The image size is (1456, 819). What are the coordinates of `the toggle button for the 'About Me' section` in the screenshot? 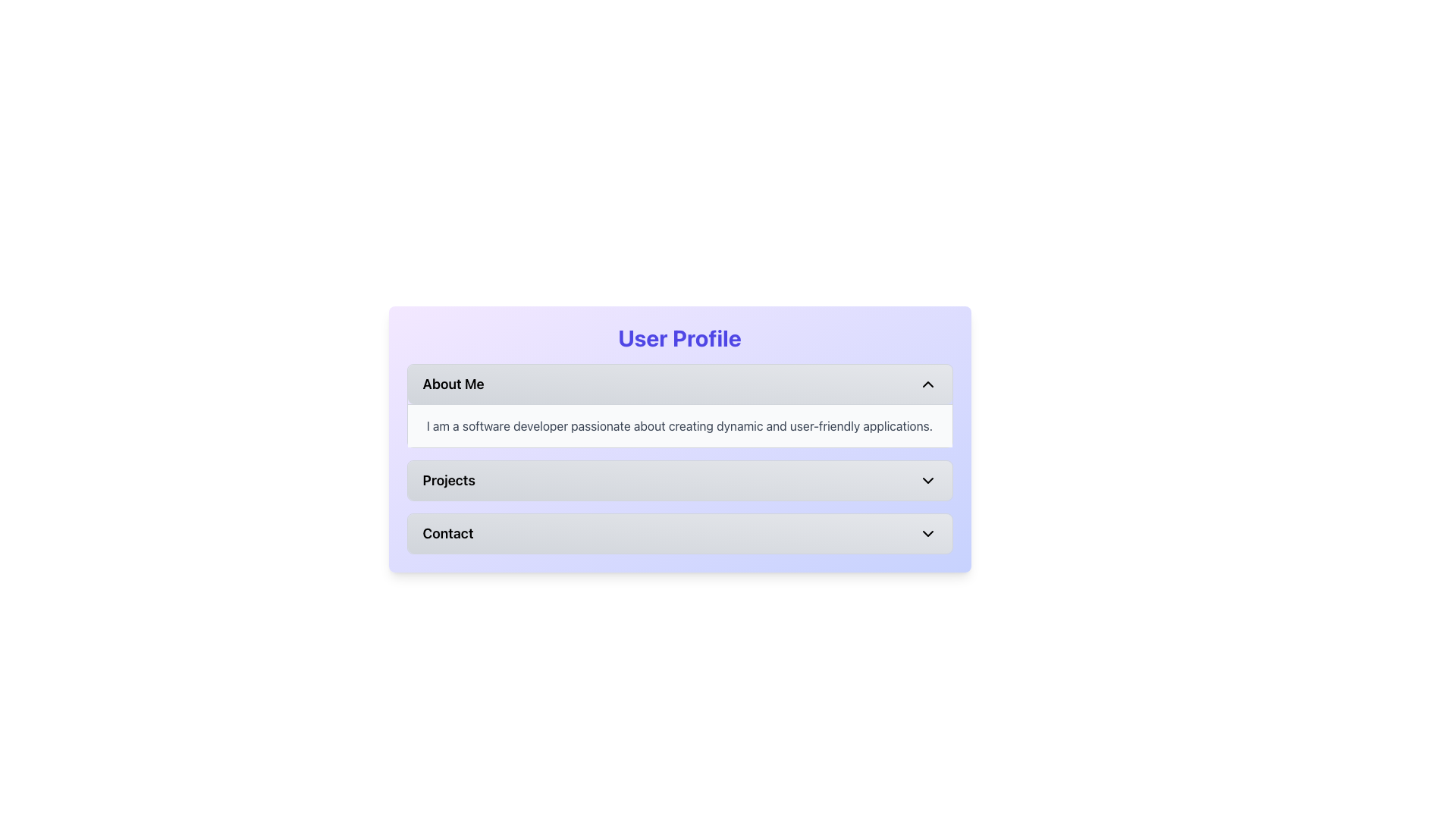 It's located at (679, 383).